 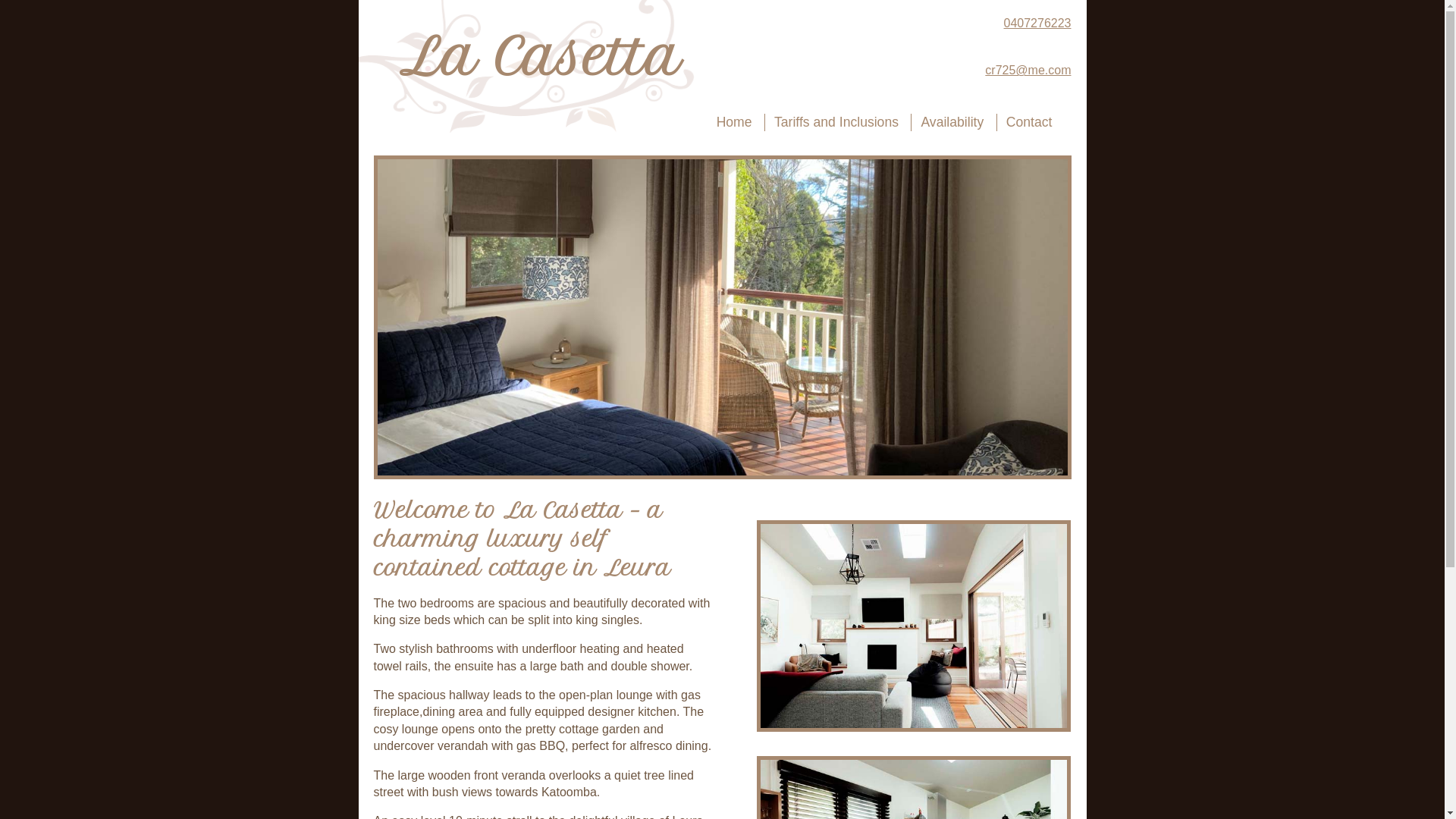 What do you see at coordinates (968, 70) in the screenshot?
I see `'cr725@me.com'` at bounding box center [968, 70].